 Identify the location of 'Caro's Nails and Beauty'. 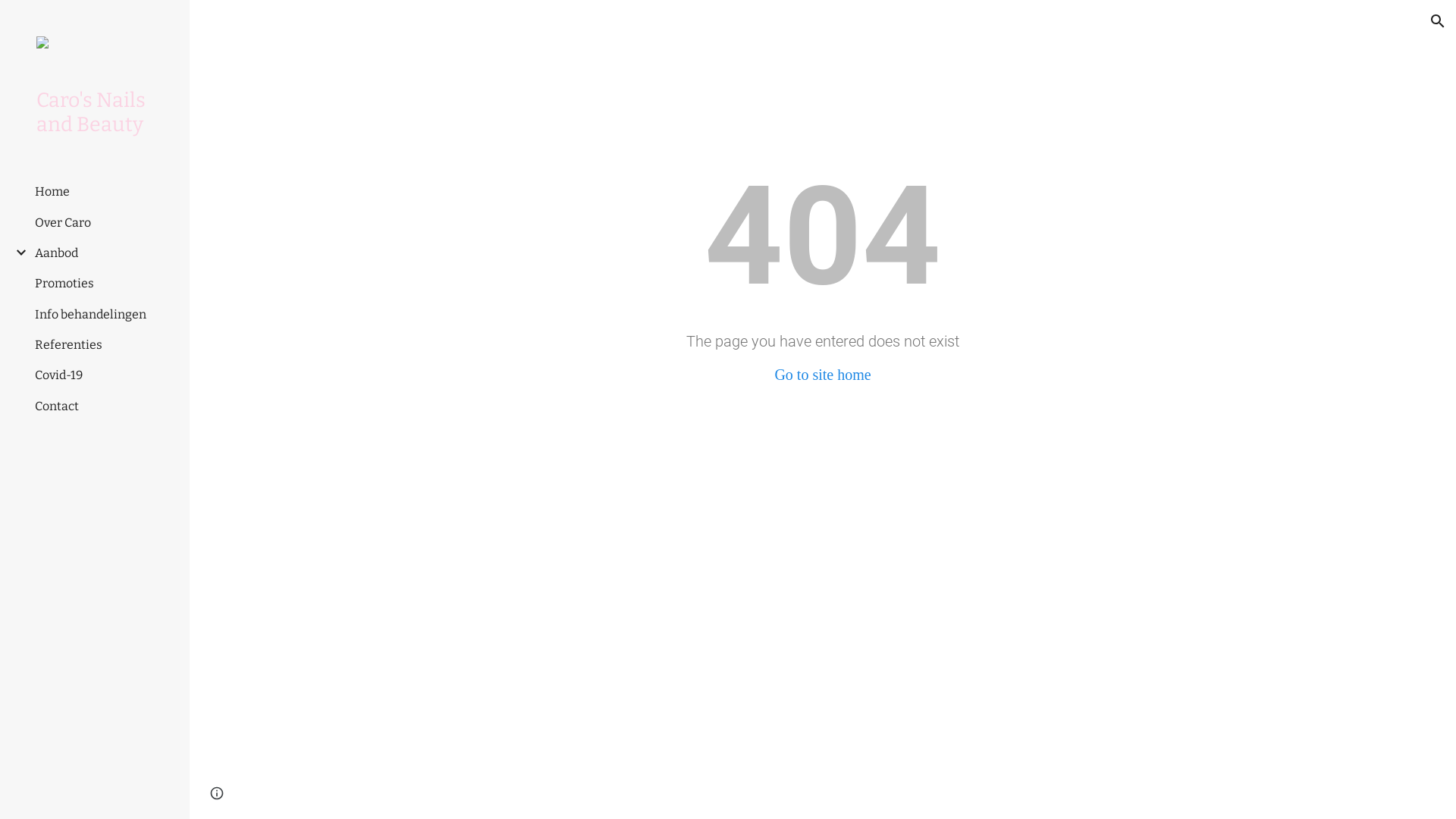
(100, 111).